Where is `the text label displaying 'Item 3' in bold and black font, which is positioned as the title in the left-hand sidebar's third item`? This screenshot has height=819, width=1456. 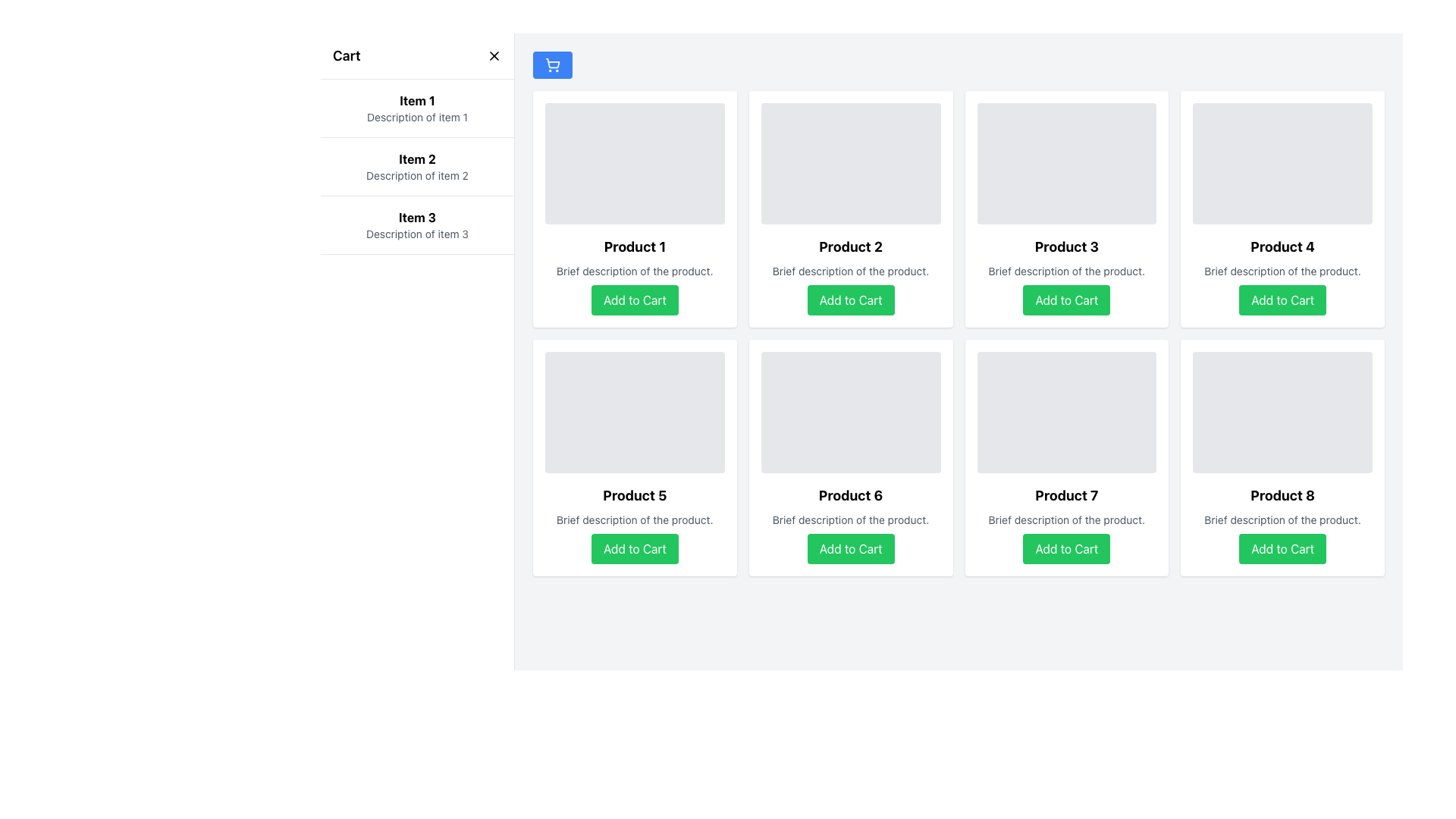 the text label displaying 'Item 3' in bold and black font, which is positioned as the title in the left-hand sidebar's third item is located at coordinates (417, 217).